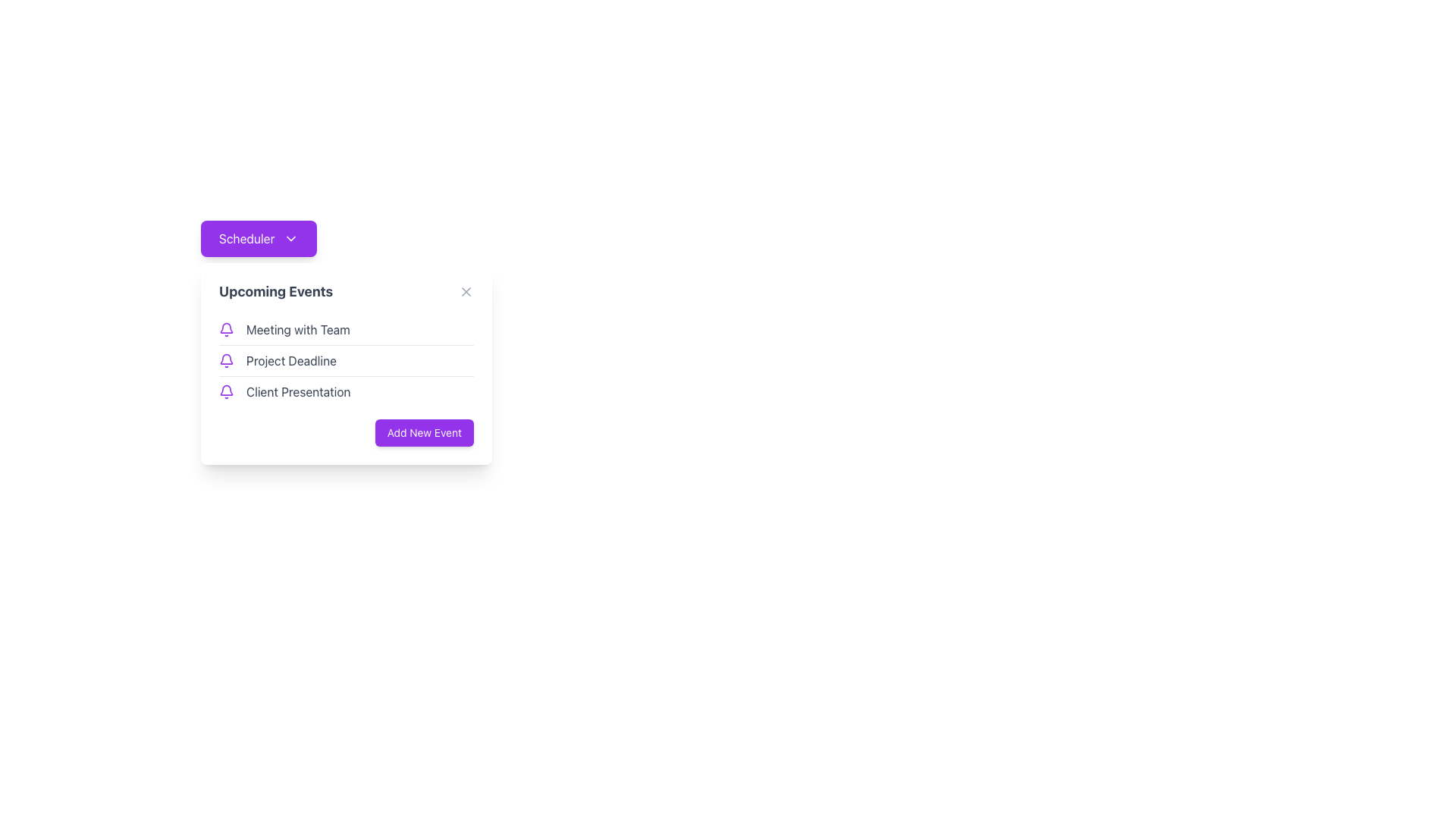 The height and width of the screenshot is (819, 1456). I want to click on the notification icon that is positioned to the left of the 'Client Presentation' text, indicating event reminders or alerts, so click(225, 391).